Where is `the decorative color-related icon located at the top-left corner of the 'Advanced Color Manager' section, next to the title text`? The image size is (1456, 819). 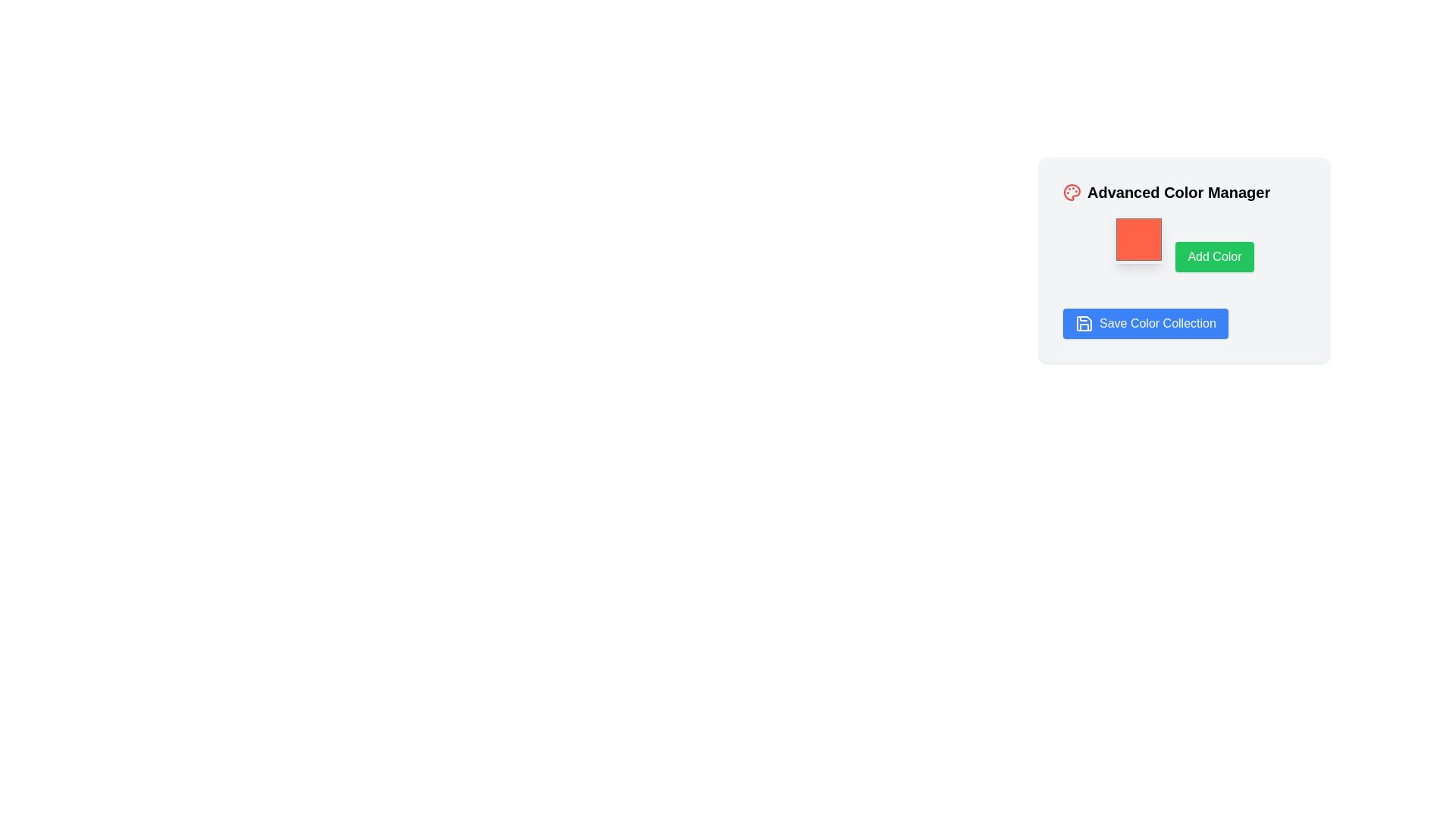 the decorative color-related icon located at the top-left corner of the 'Advanced Color Manager' section, next to the title text is located at coordinates (1072, 192).